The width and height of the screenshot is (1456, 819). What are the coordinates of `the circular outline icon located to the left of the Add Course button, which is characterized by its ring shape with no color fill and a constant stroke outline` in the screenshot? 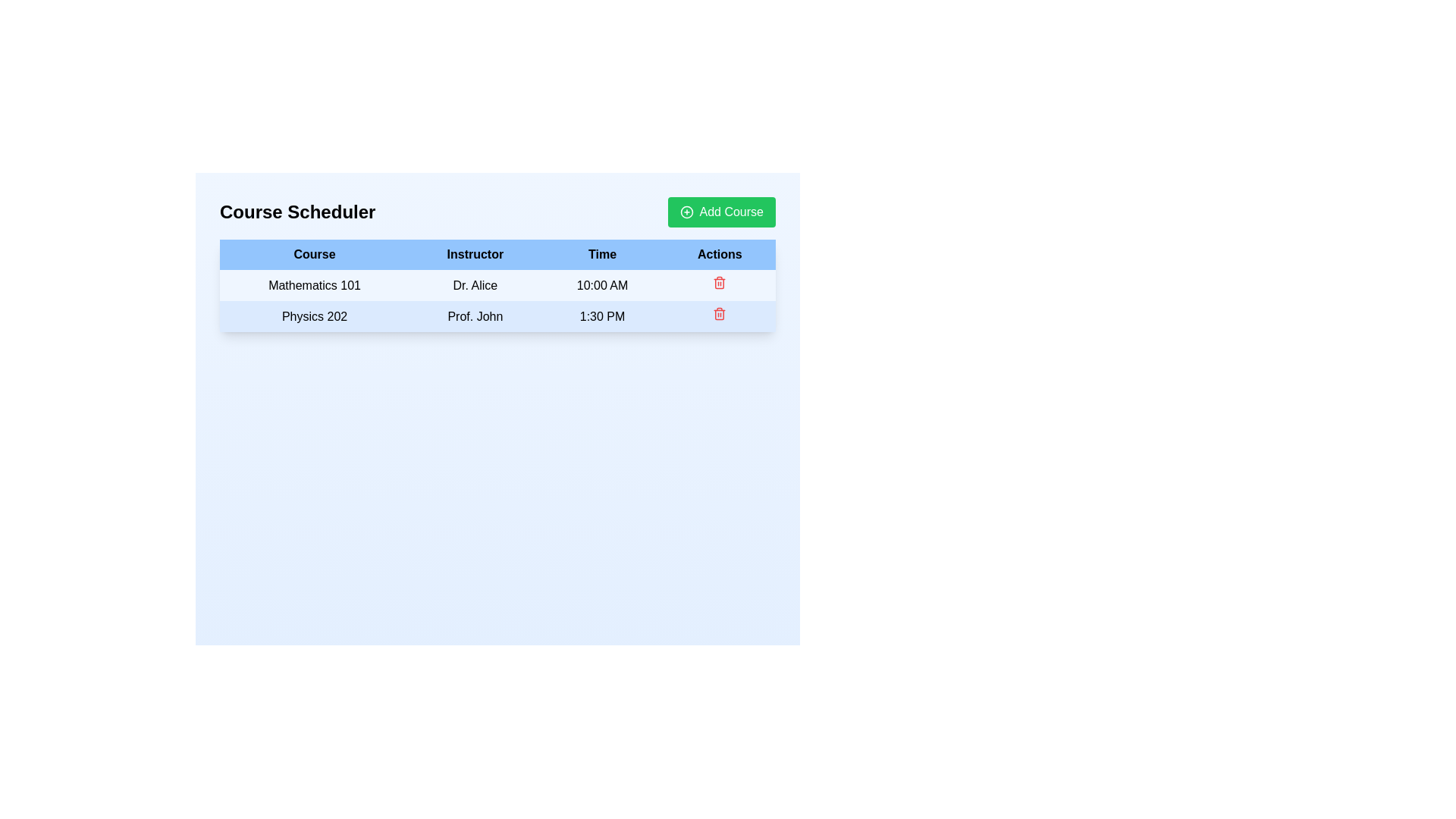 It's located at (686, 212).